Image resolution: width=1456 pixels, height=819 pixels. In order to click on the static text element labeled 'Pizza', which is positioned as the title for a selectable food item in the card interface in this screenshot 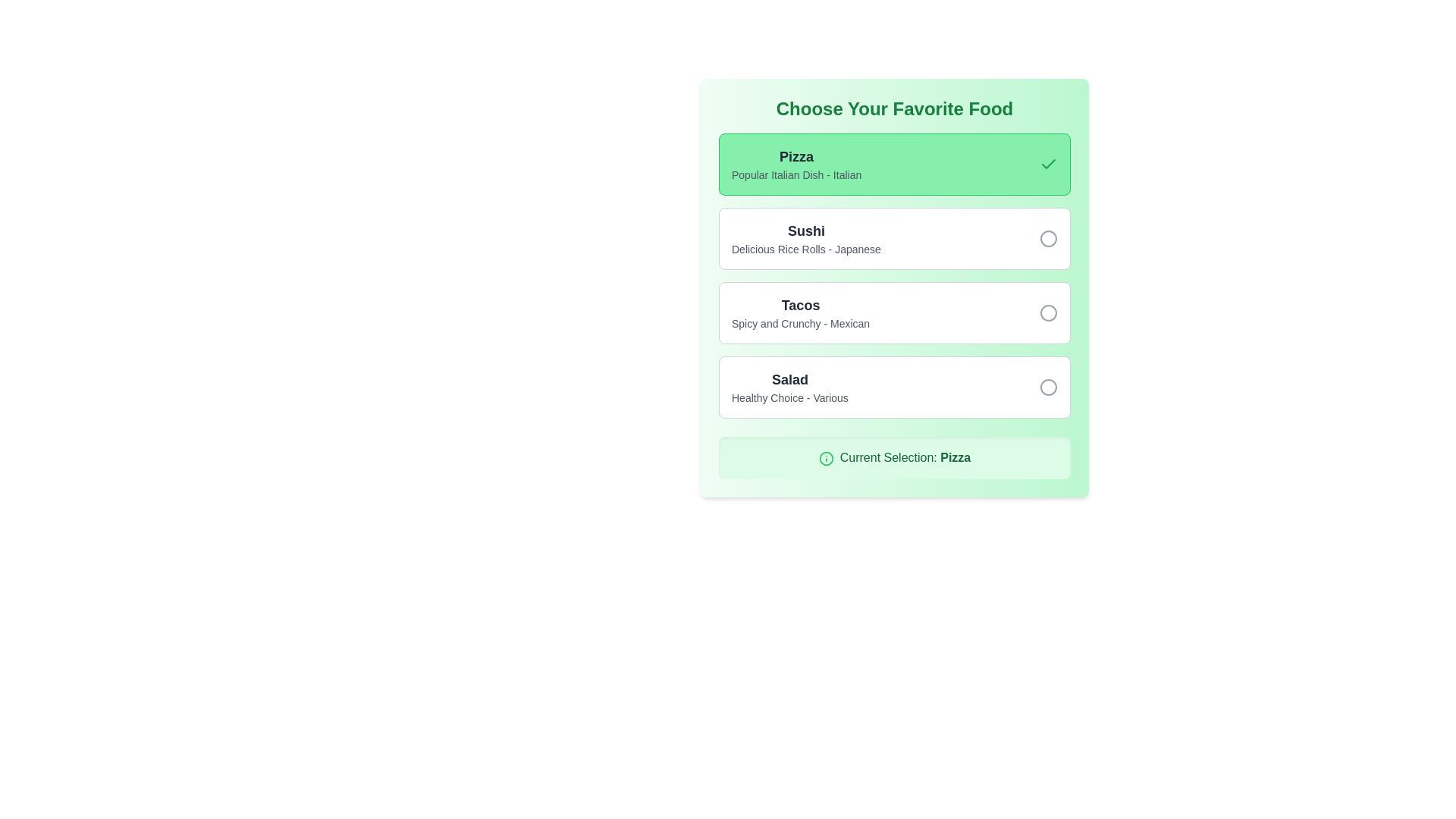, I will do `click(795, 157)`.